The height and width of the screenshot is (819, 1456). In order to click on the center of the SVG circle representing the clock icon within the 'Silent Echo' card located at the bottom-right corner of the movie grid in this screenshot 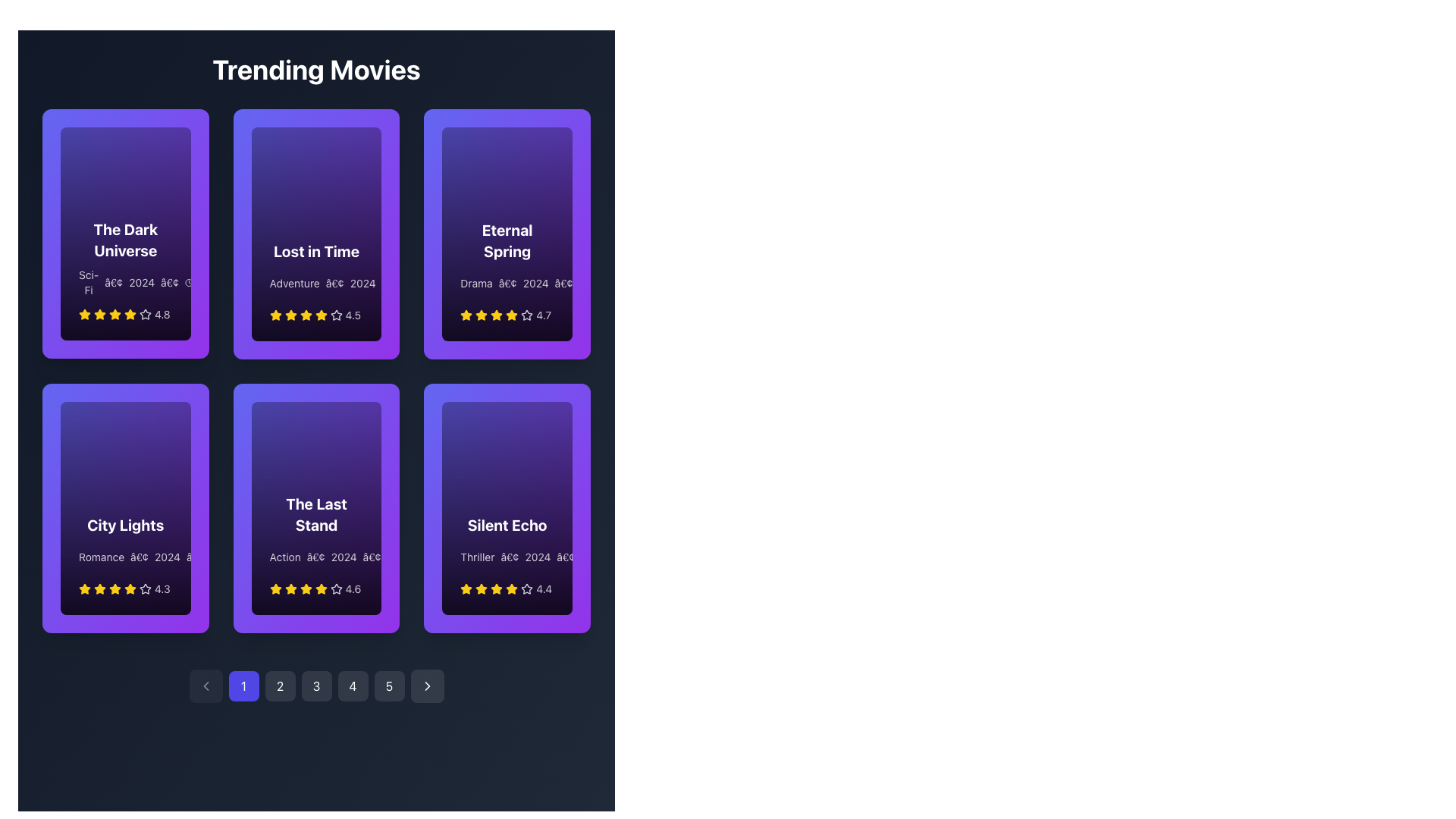, I will do `click(584, 557)`.